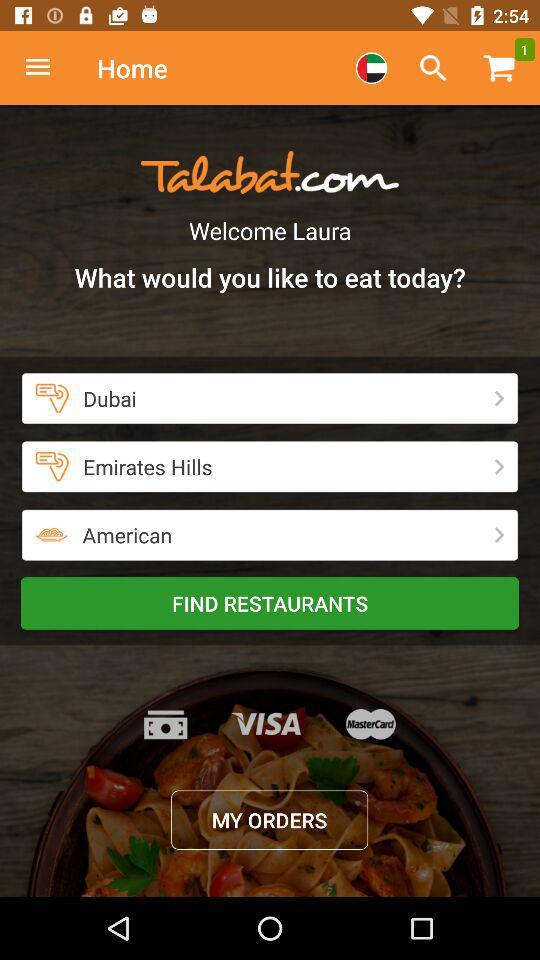 Image resolution: width=540 pixels, height=960 pixels. I want to click on search, so click(432, 68).